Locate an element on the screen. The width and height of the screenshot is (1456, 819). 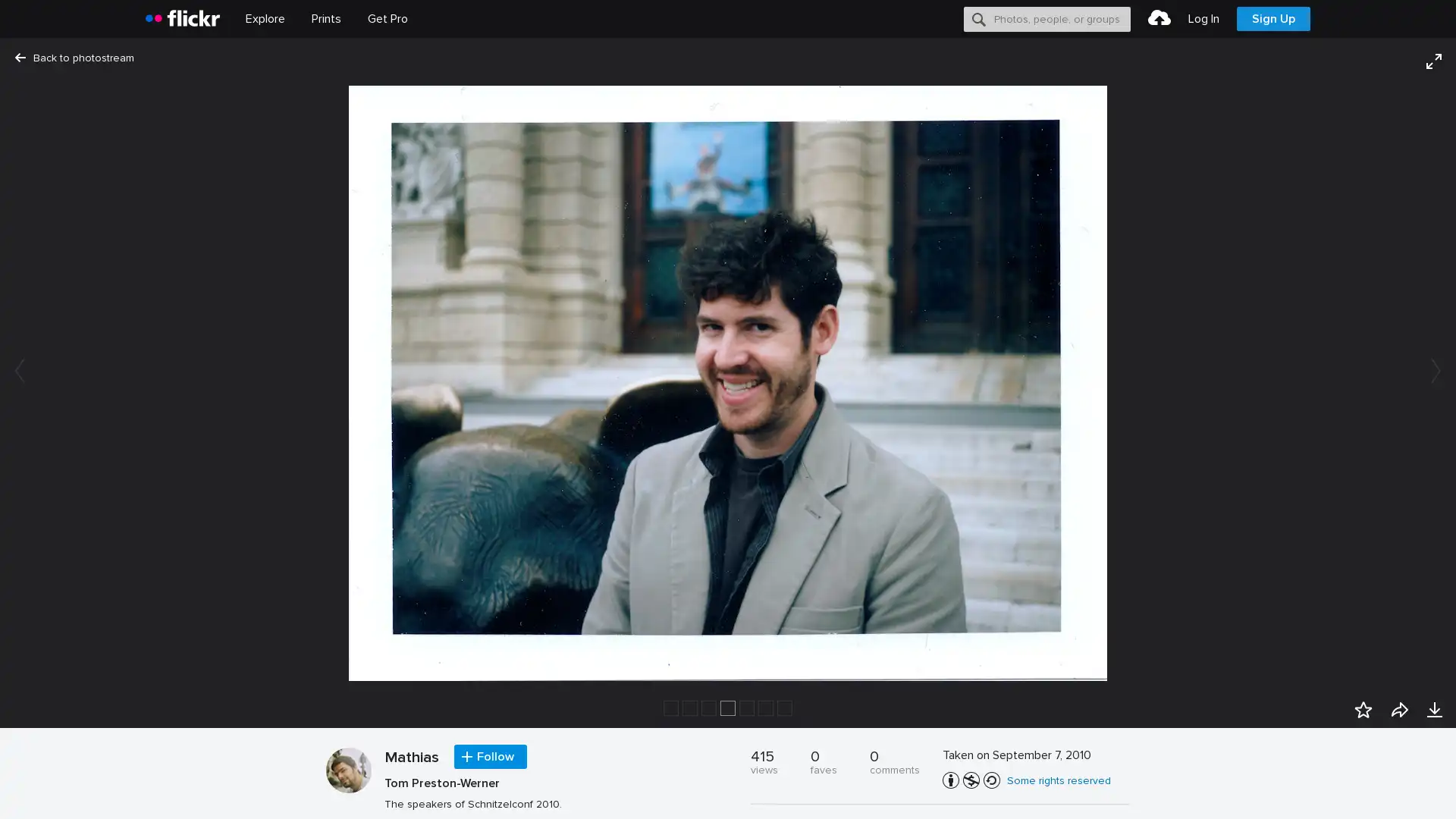
Accept is located at coordinates (1156, 789).